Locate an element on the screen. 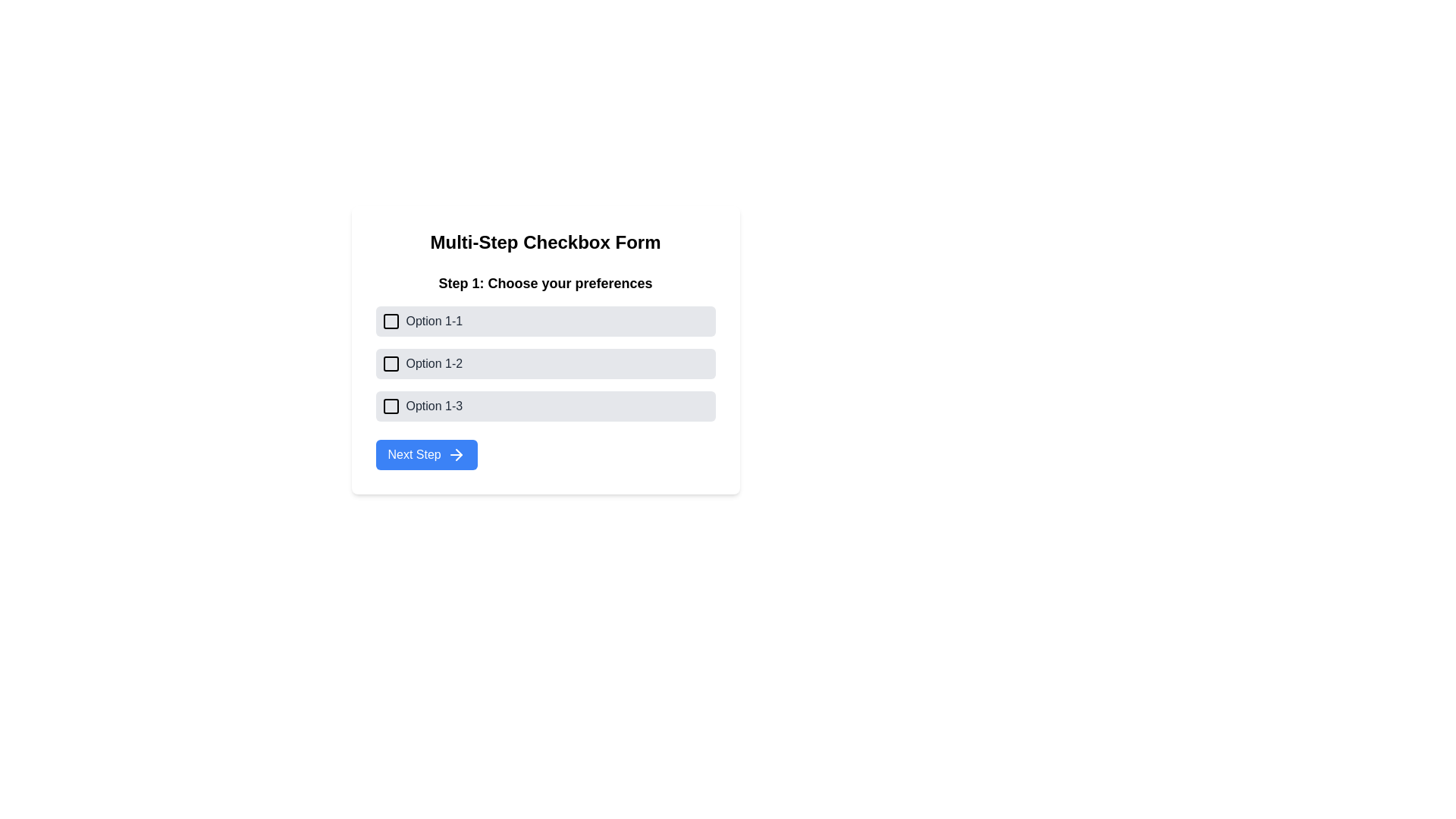 This screenshot has width=1456, height=819. the checkbox list item for 'Option 1-2' is located at coordinates (545, 363).